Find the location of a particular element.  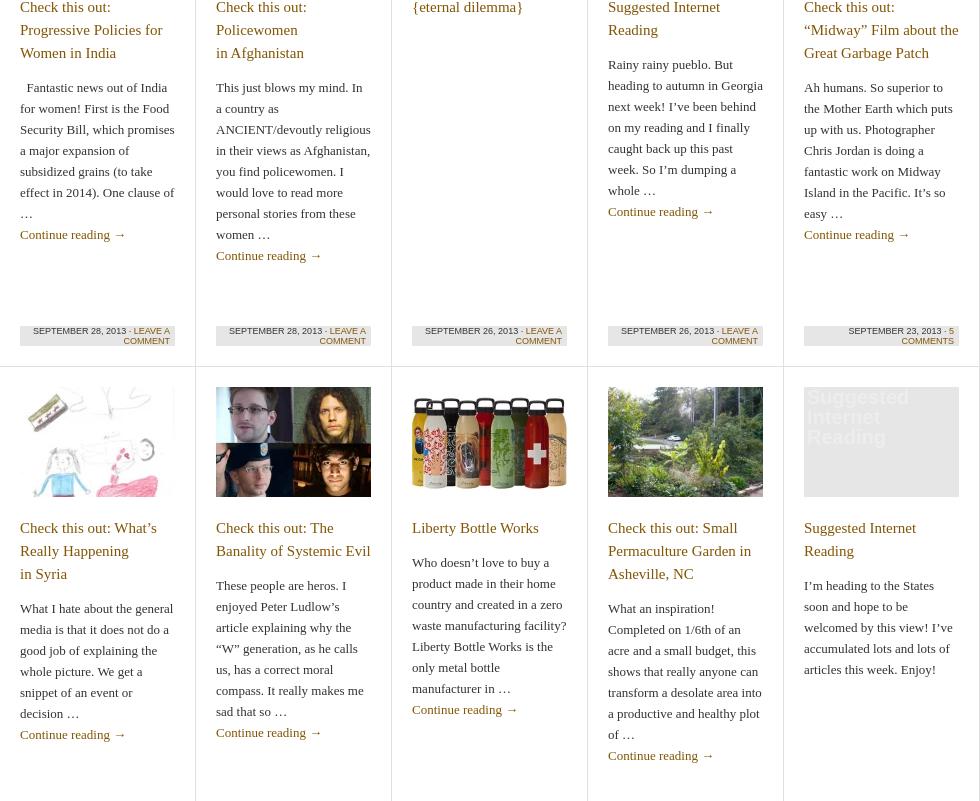

'This just blows my mind. In a country as ANCIENT/devoutly religious in their views as Afghanistan, you find policewomen. I would love to read more personal stories from these women …' is located at coordinates (293, 161).